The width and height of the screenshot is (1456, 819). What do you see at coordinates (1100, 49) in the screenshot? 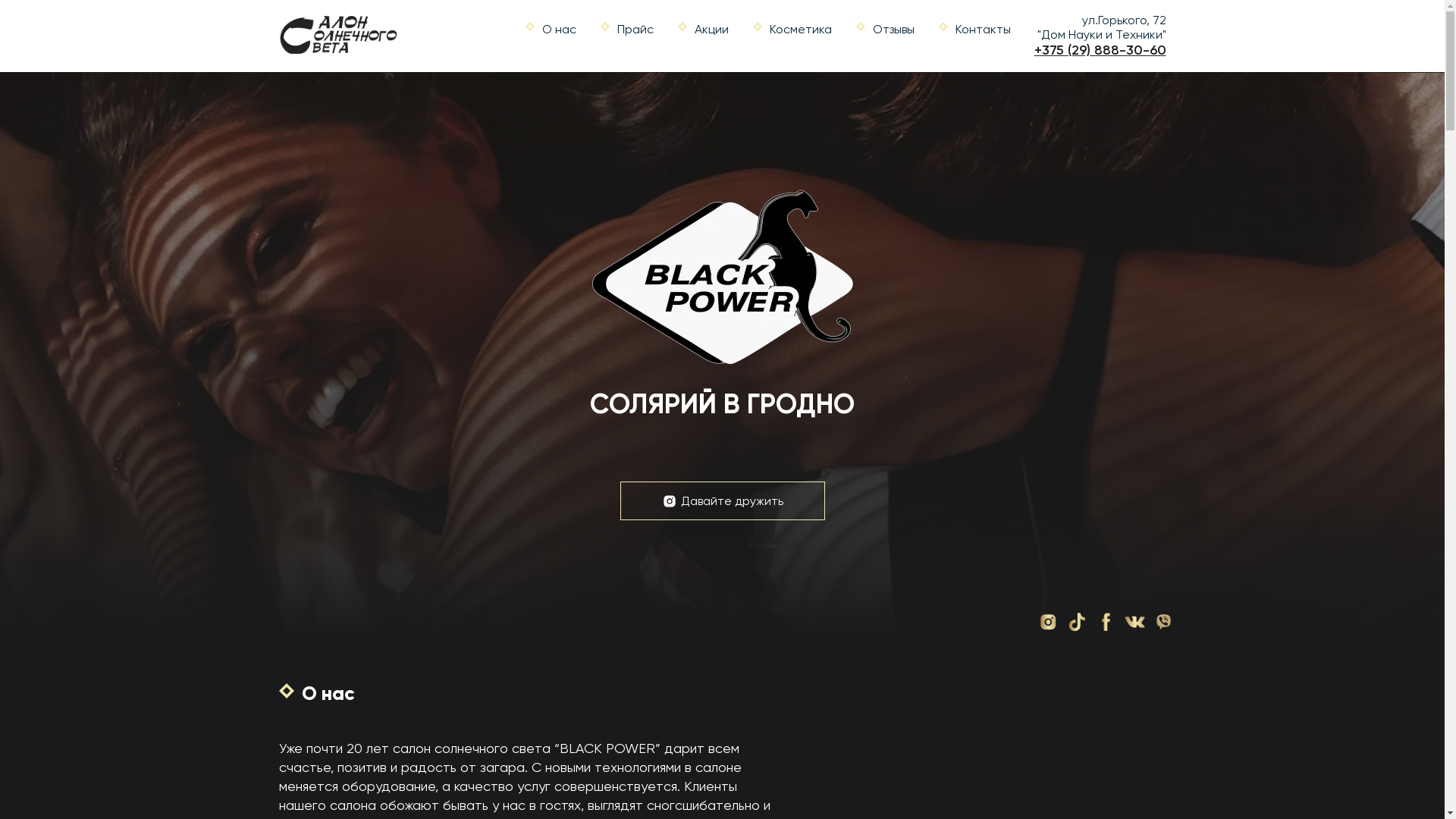
I see `'+375 (29) 888-30-60'` at bounding box center [1100, 49].